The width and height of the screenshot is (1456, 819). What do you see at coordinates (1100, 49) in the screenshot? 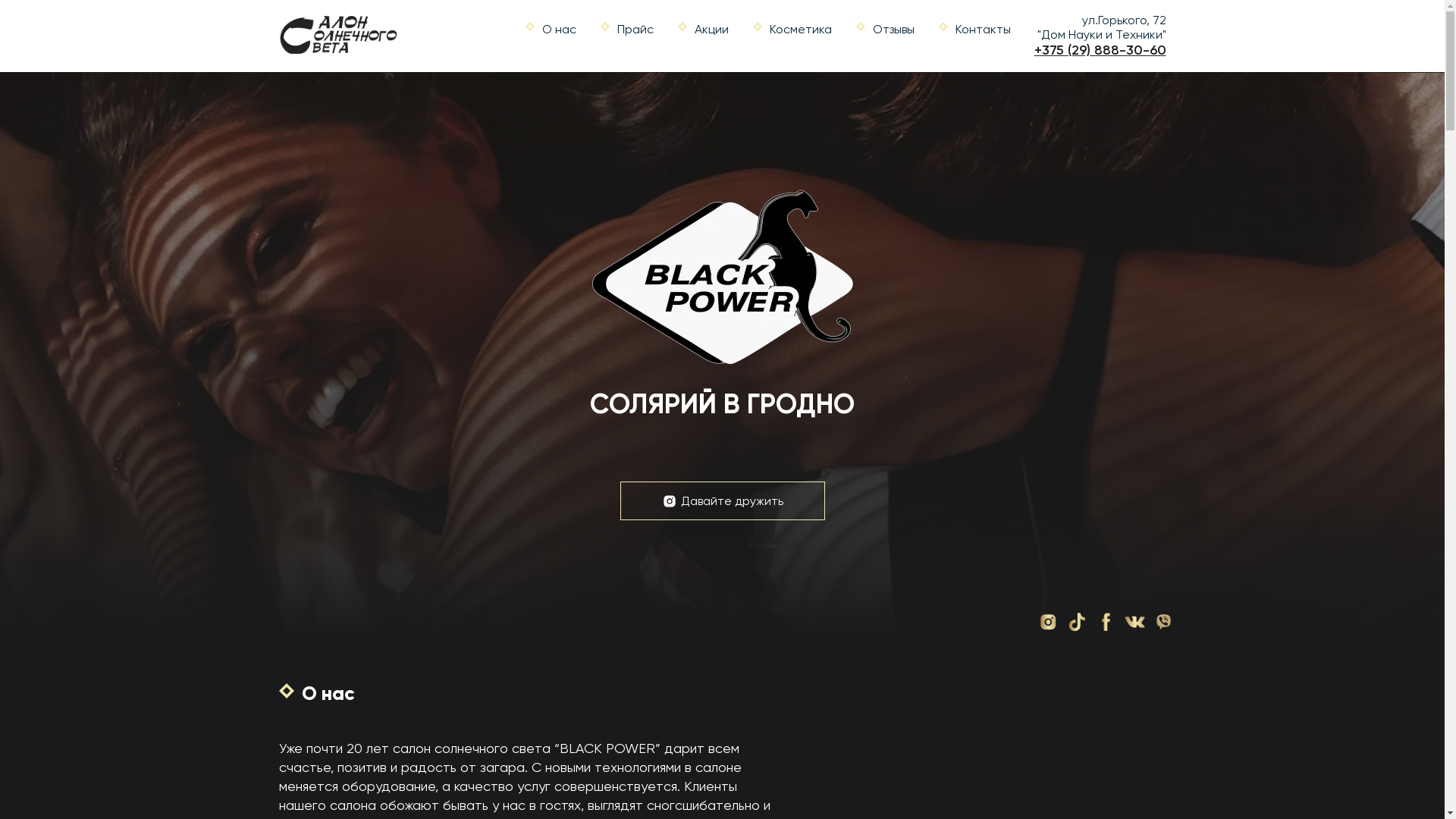
I see `'+375 (29) 888-30-60'` at bounding box center [1100, 49].